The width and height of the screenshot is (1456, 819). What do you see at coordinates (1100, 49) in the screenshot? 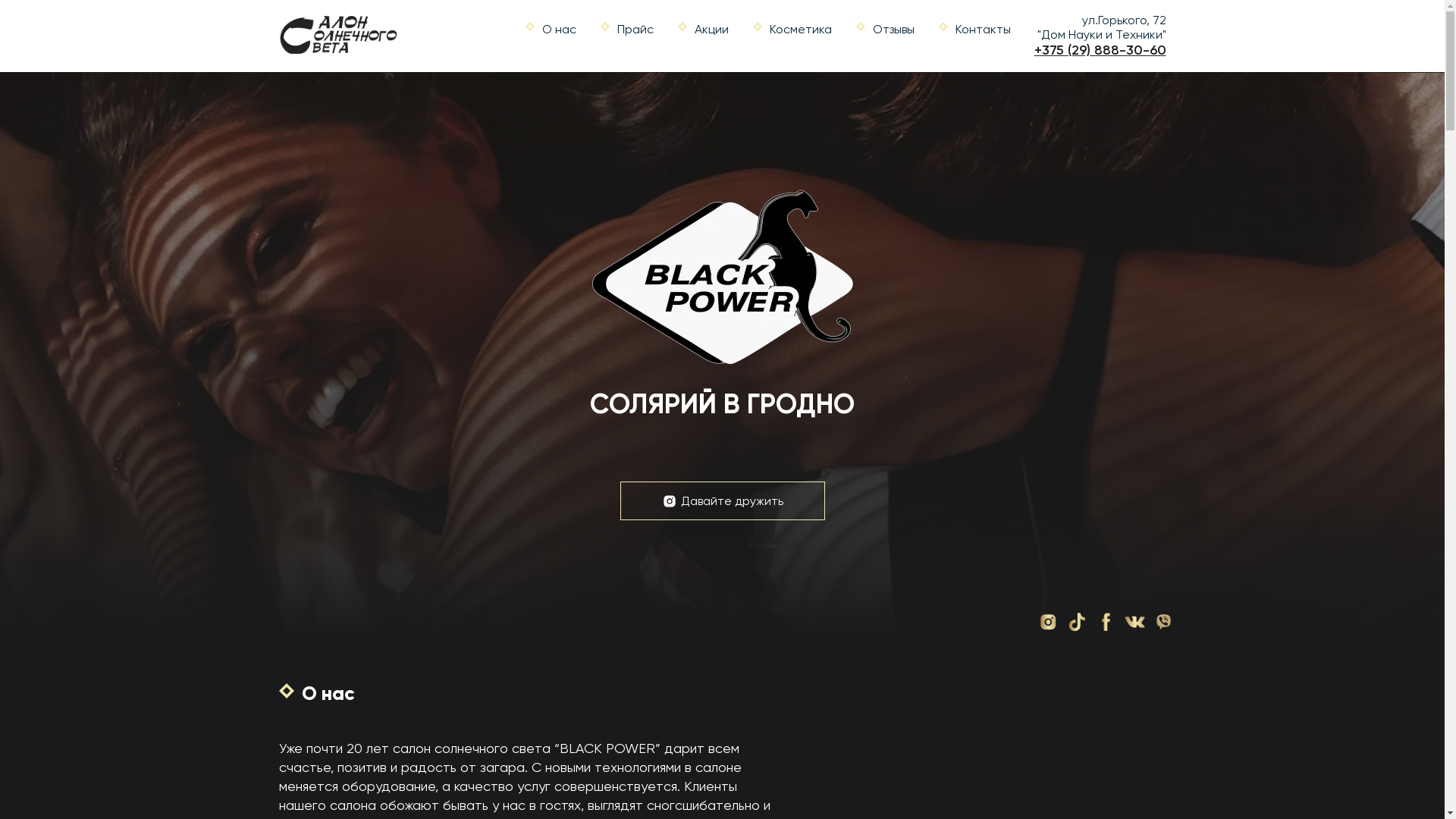
I see `'+375 (29) 888-30-60'` at bounding box center [1100, 49].